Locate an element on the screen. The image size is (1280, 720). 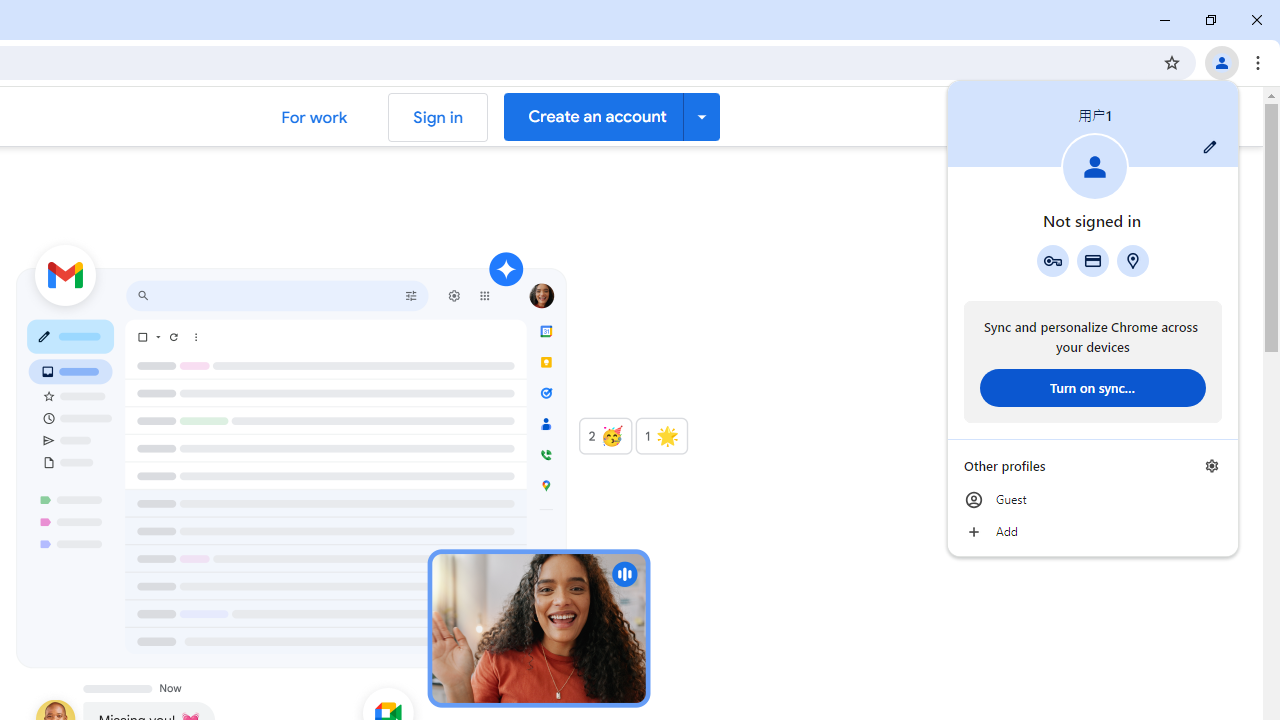
'Addresses and more' is located at coordinates (1133, 260).